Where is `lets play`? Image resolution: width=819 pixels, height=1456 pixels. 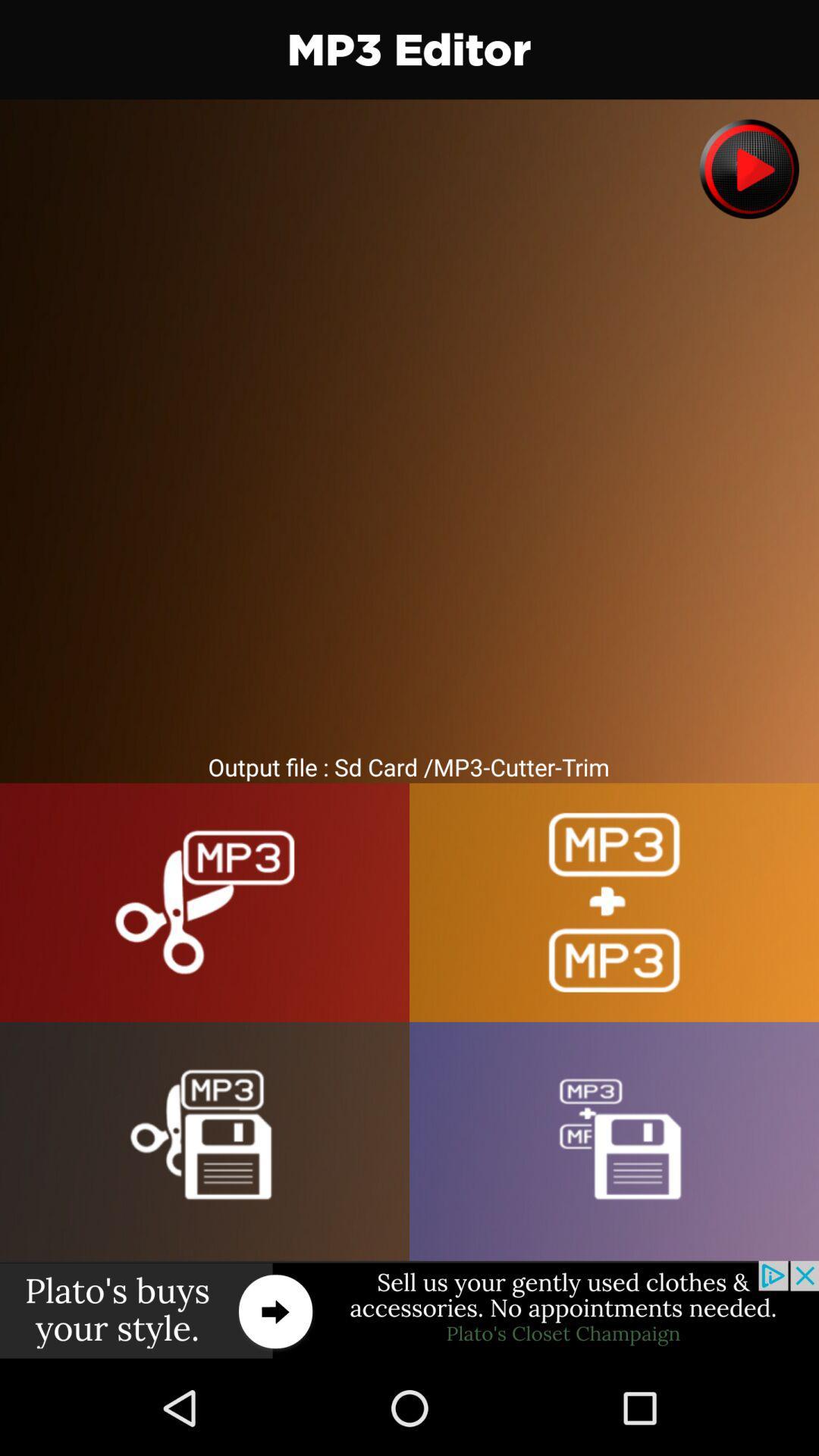
lets play is located at coordinates (748, 169).